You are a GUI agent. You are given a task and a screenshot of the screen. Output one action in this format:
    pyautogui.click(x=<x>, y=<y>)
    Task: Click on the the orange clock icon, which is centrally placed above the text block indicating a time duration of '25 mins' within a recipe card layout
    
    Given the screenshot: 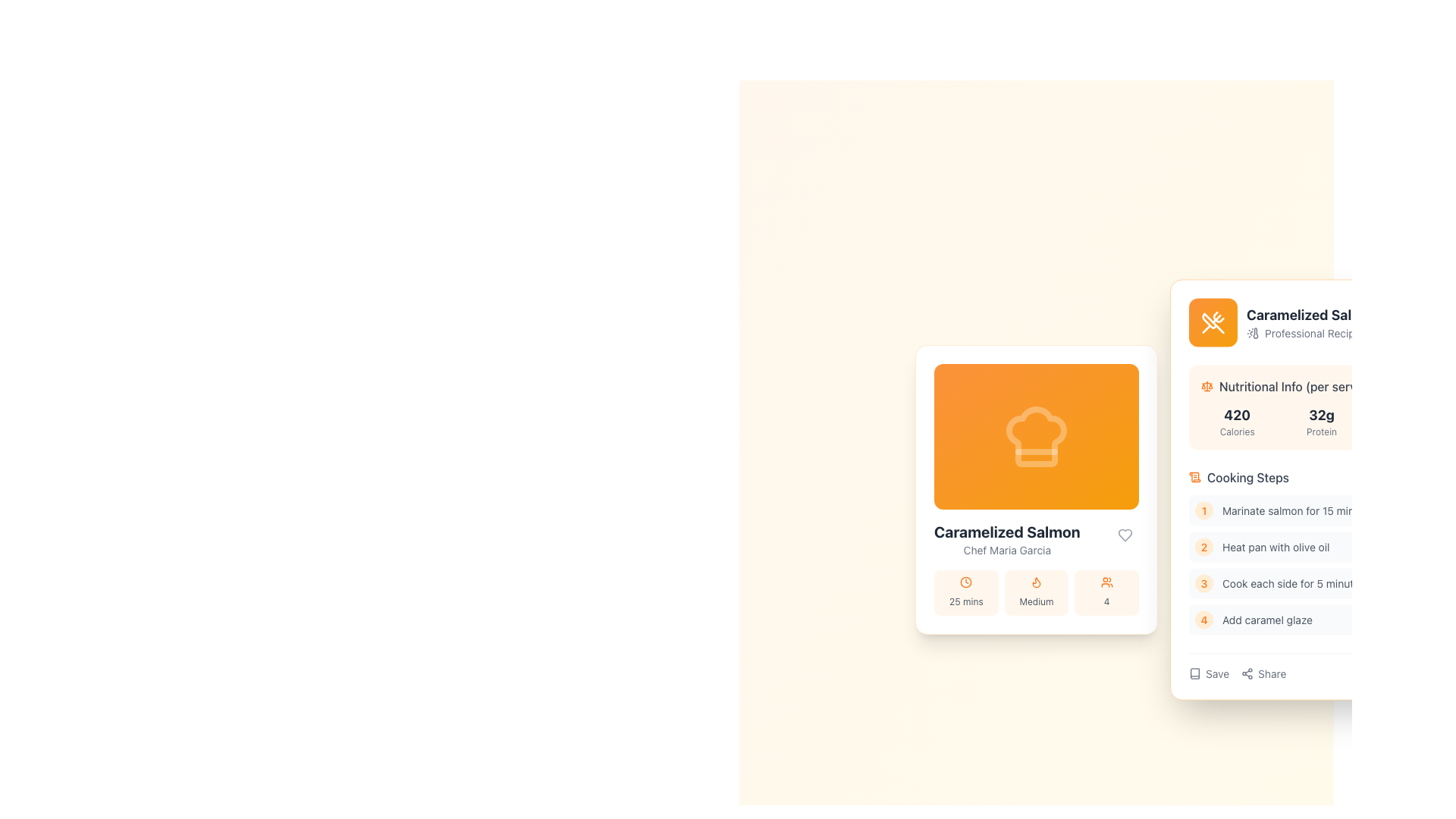 What is the action you would take?
    pyautogui.click(x=965, y=581)
    